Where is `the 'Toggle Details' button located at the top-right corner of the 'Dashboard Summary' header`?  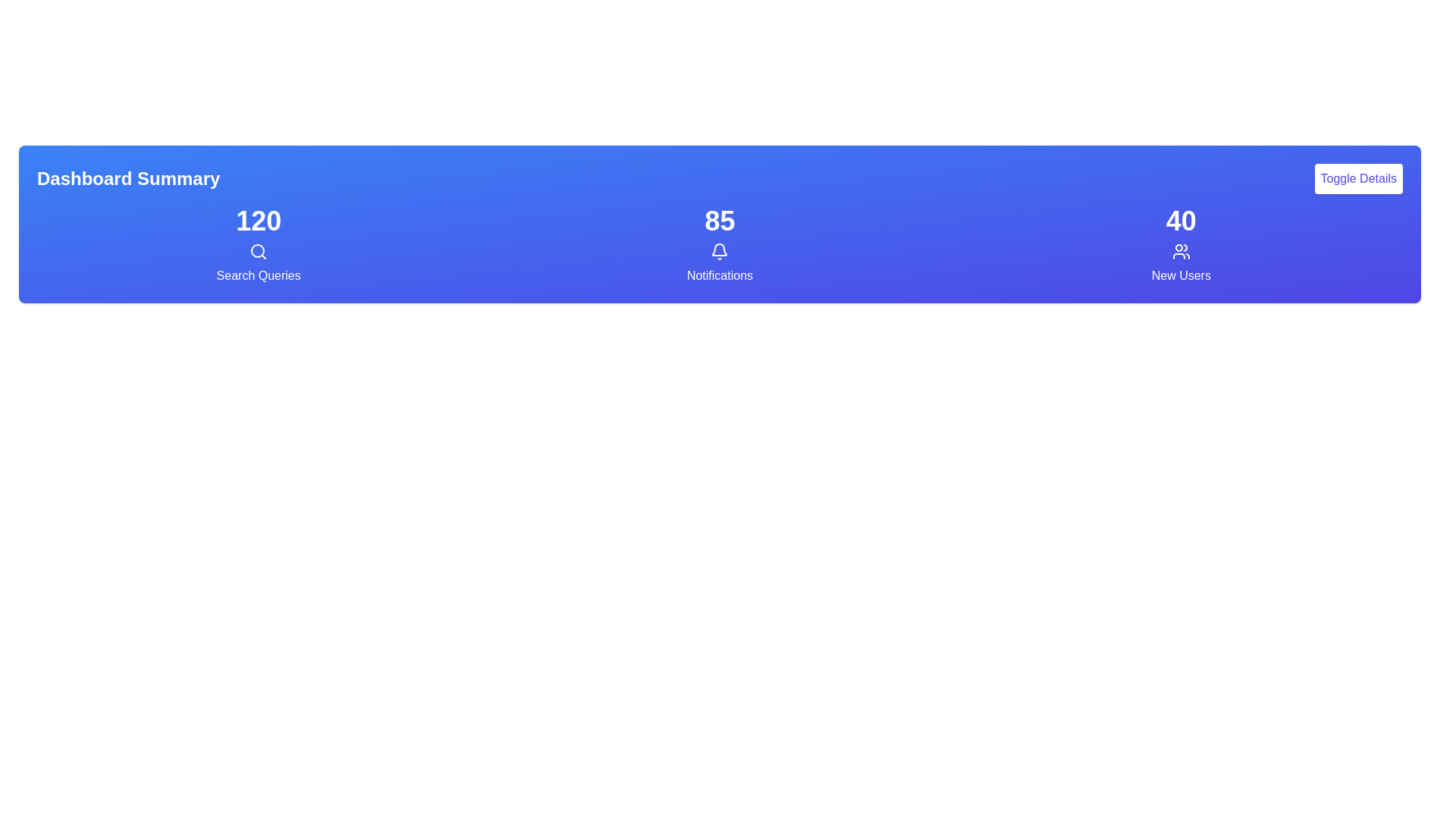 the 'Toggle Details' button located at the top-right corner of the 'Dashboard Summary' header is located at coordinates (1358, 177).